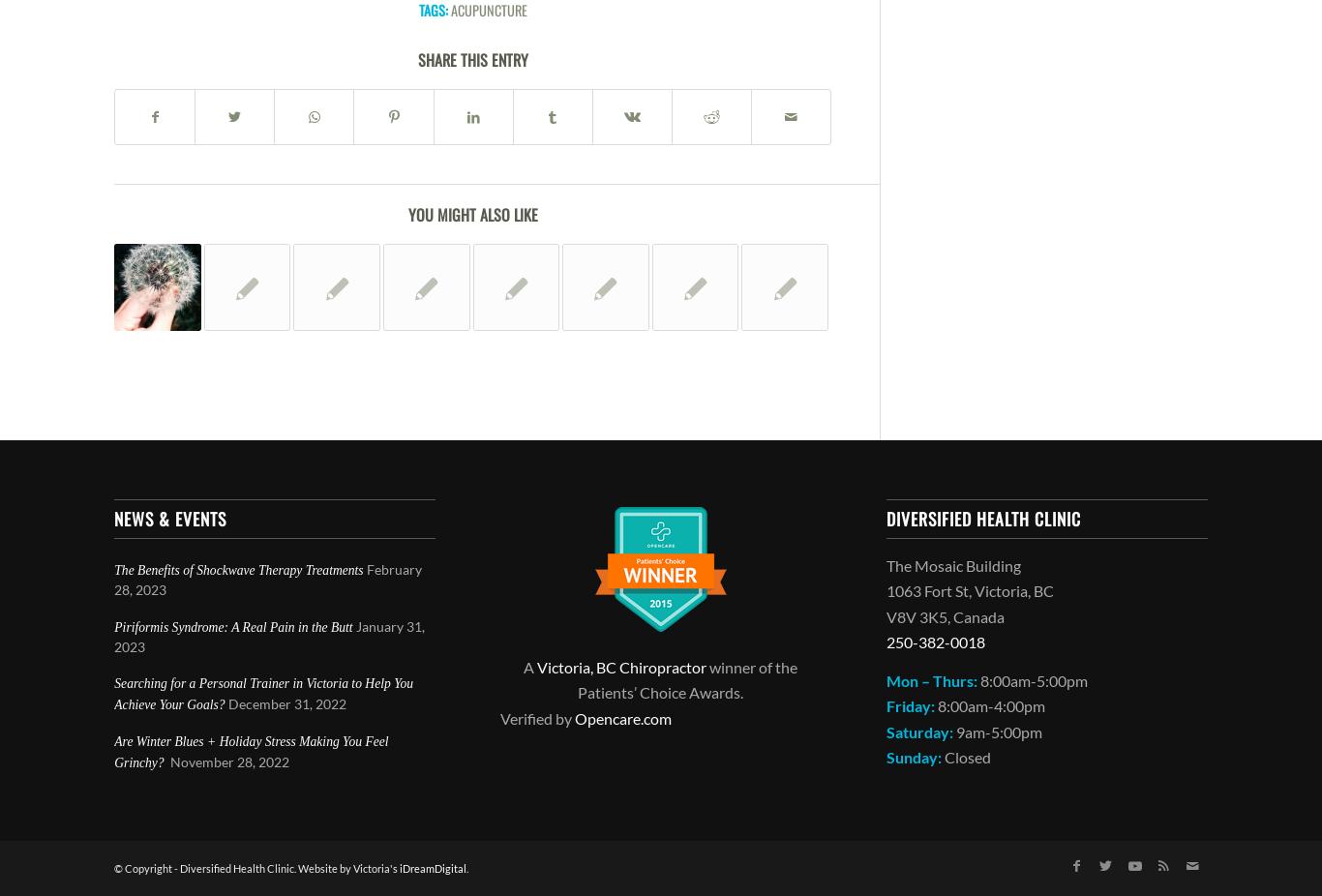 The width and height of the screenshot is (1322, 896). Describe the element at coordinates (970, 589) in the screenshot. I see `'1063 Fort St, Victoria, BC'` at that location.